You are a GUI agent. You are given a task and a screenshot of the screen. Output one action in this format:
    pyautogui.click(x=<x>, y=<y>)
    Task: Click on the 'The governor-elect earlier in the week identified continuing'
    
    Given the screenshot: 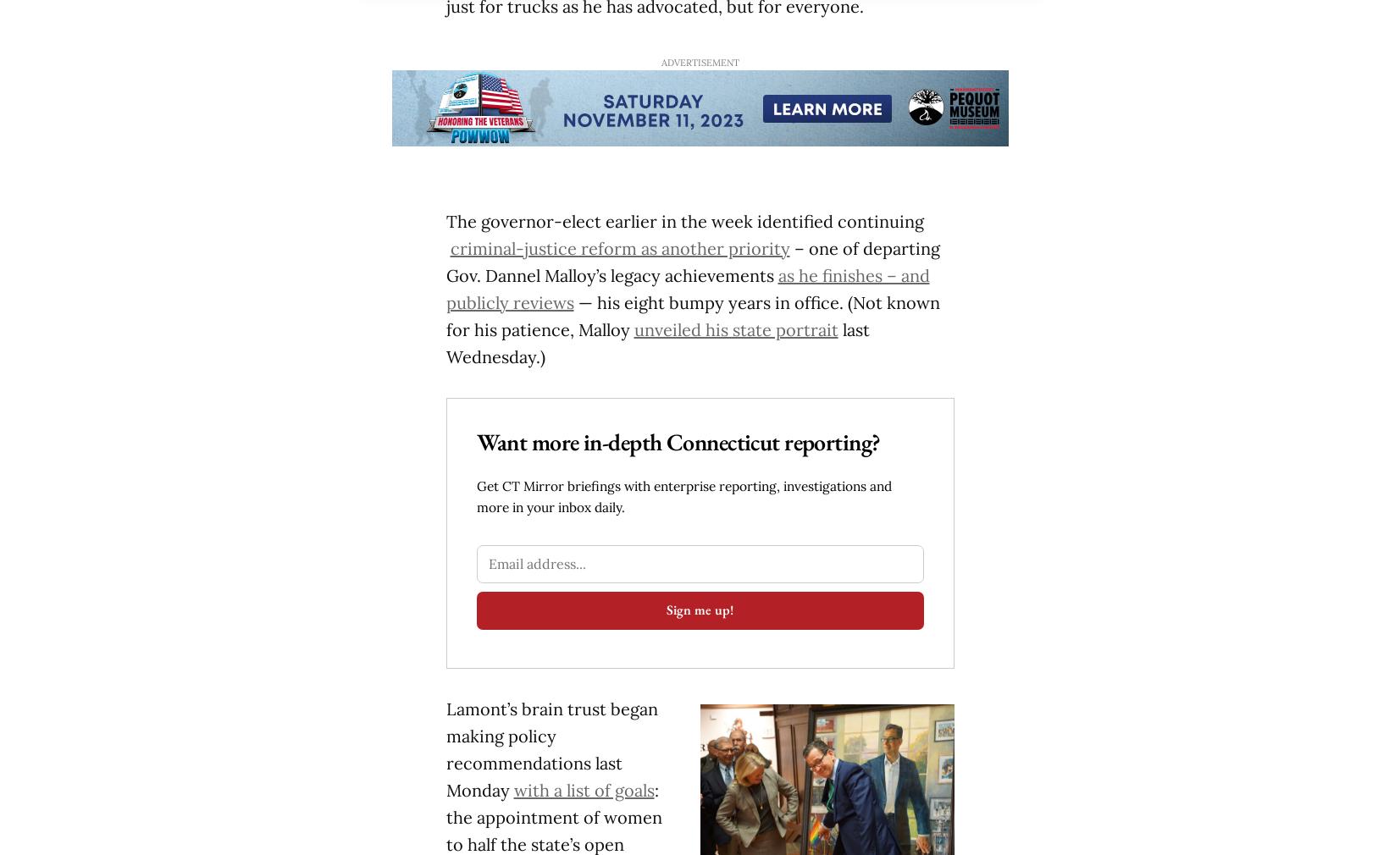 What is the action you would take?
    pyautogui.click(x=683, y=234)
    